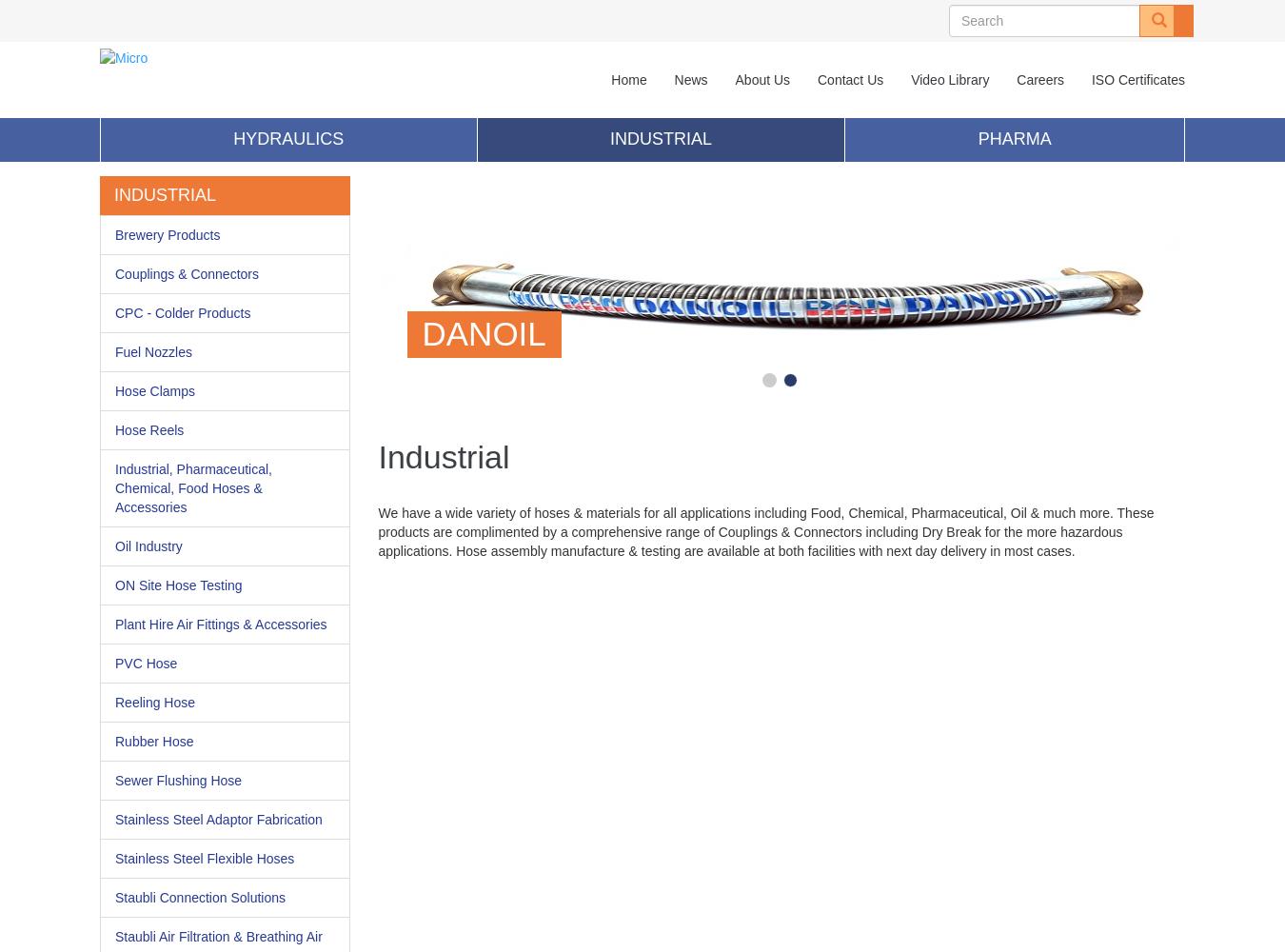 The width and height of the screenshot is (1285, 952). I want to click on 'About Us', so click(761, 79).